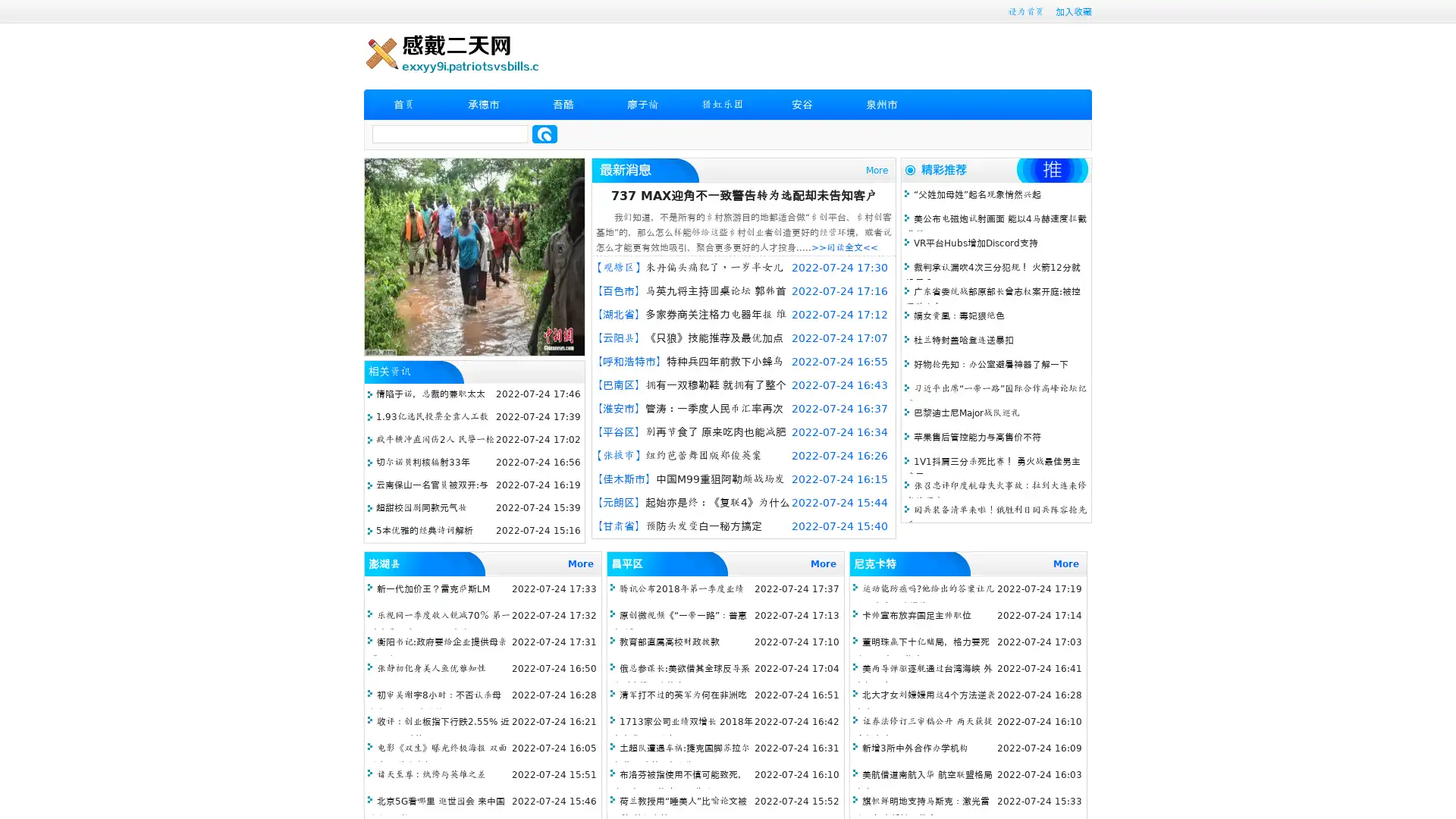 Image resolution: width=1456 pixels, height=819 pixels. I want to click on Search, so click(544, 133).